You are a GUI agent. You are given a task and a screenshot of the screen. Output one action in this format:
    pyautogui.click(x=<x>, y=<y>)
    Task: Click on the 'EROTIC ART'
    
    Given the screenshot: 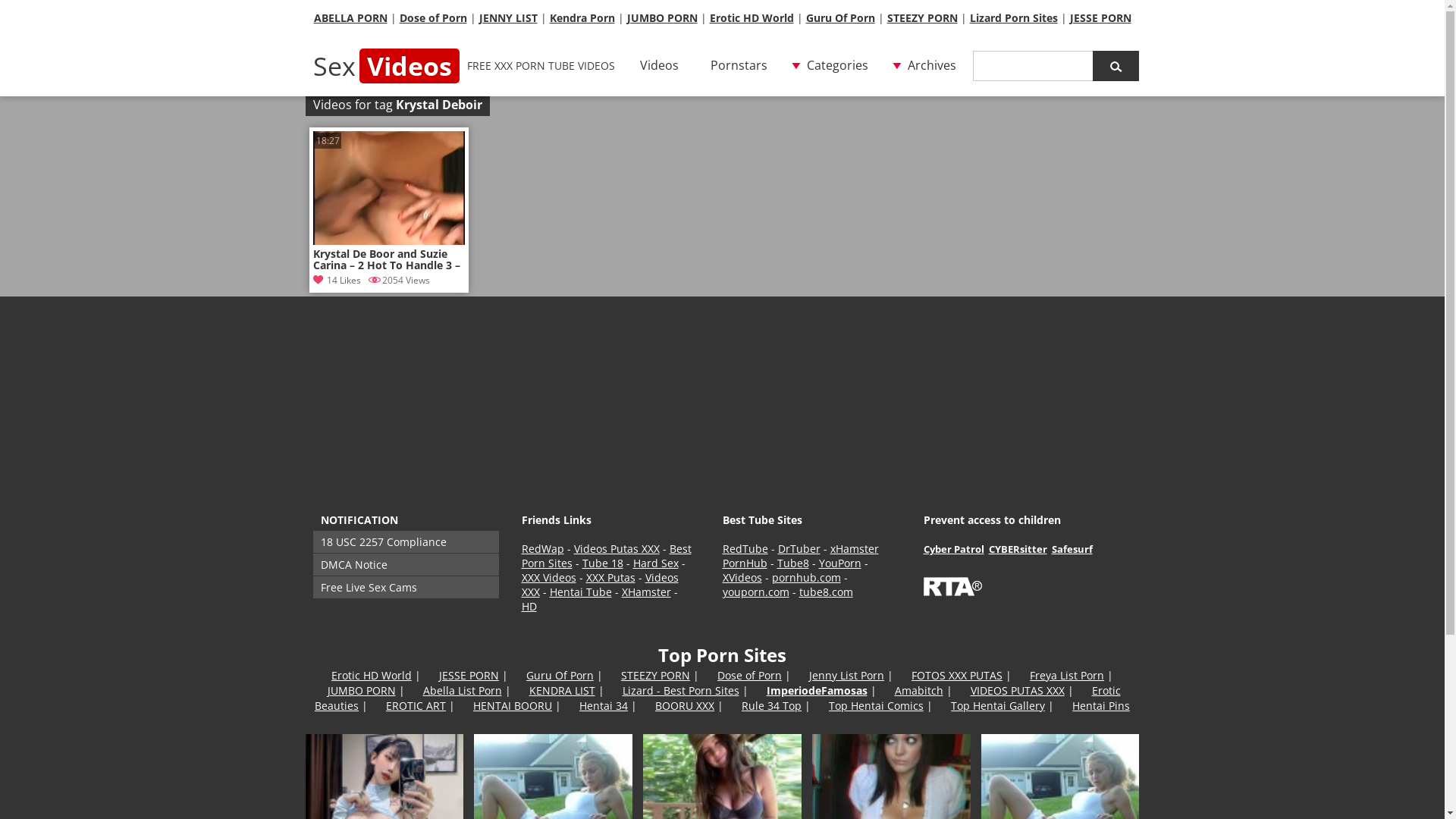 What is the action you would take?
    pyautogui.click(x=416, y=705)
    